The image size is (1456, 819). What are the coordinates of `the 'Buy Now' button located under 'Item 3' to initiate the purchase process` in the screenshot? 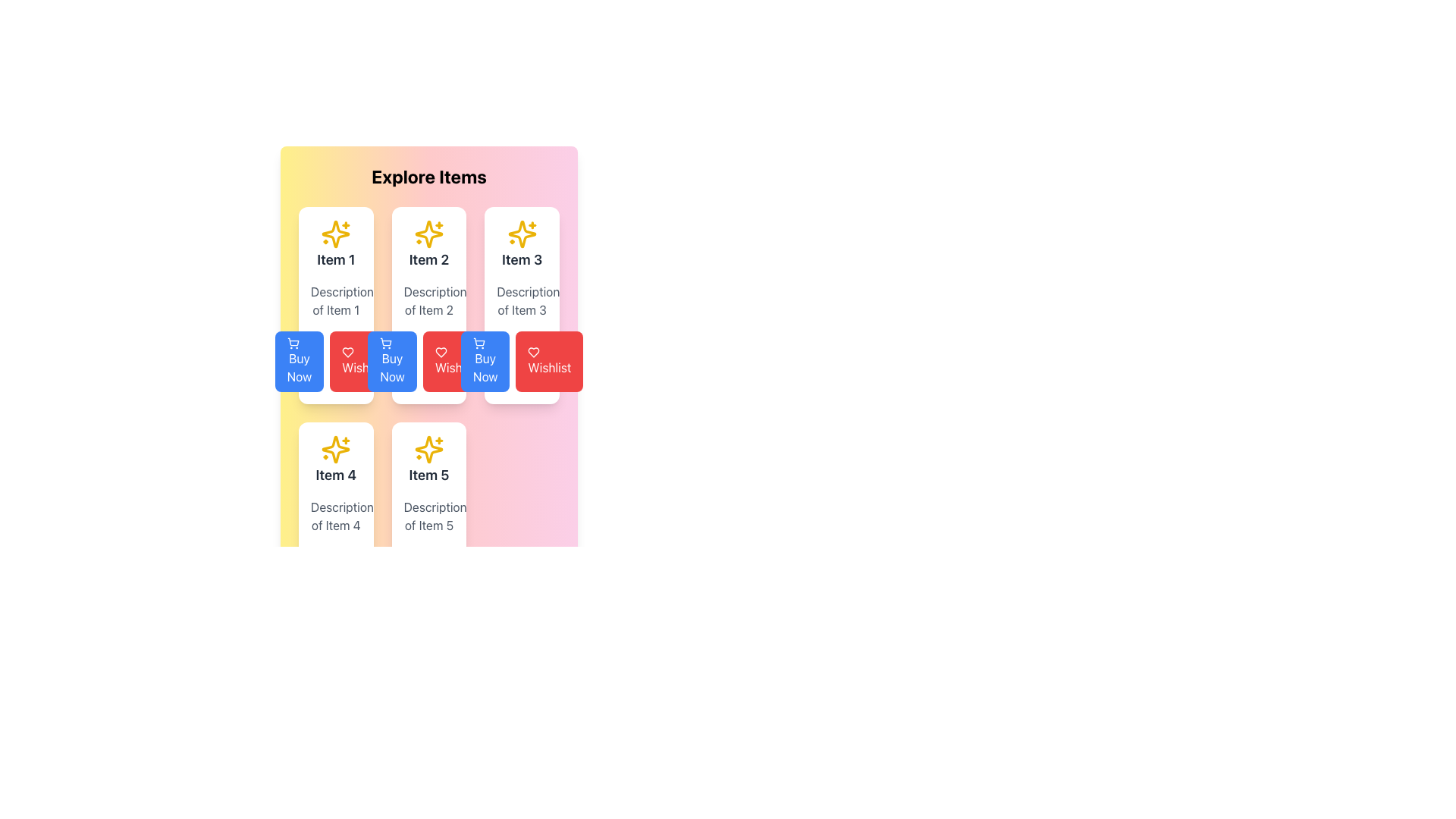 It's located at (485, 362).